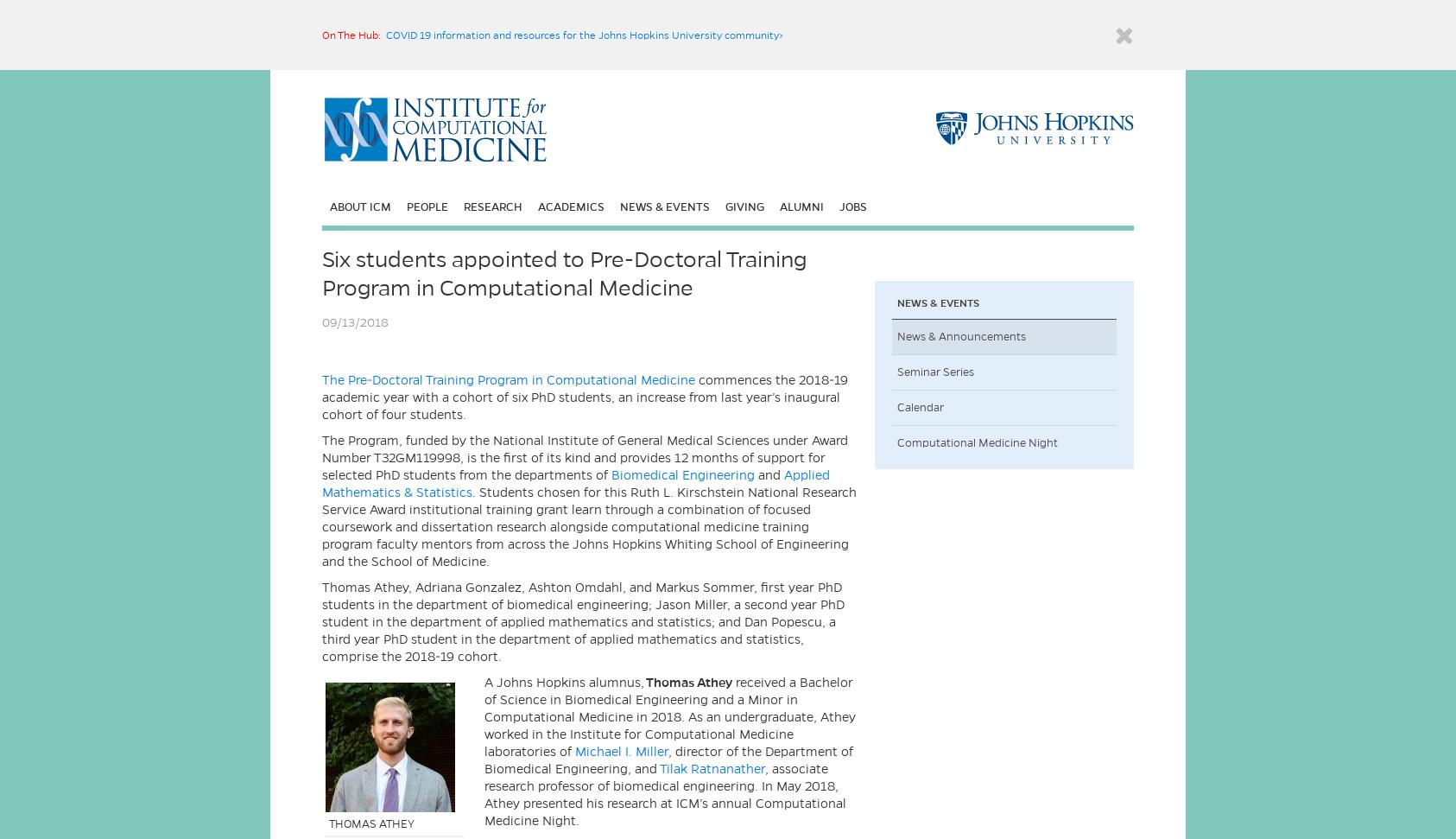 The image size is (1456, 839). I want to click on 'THOMAS ATHEY', so click(371, 822).